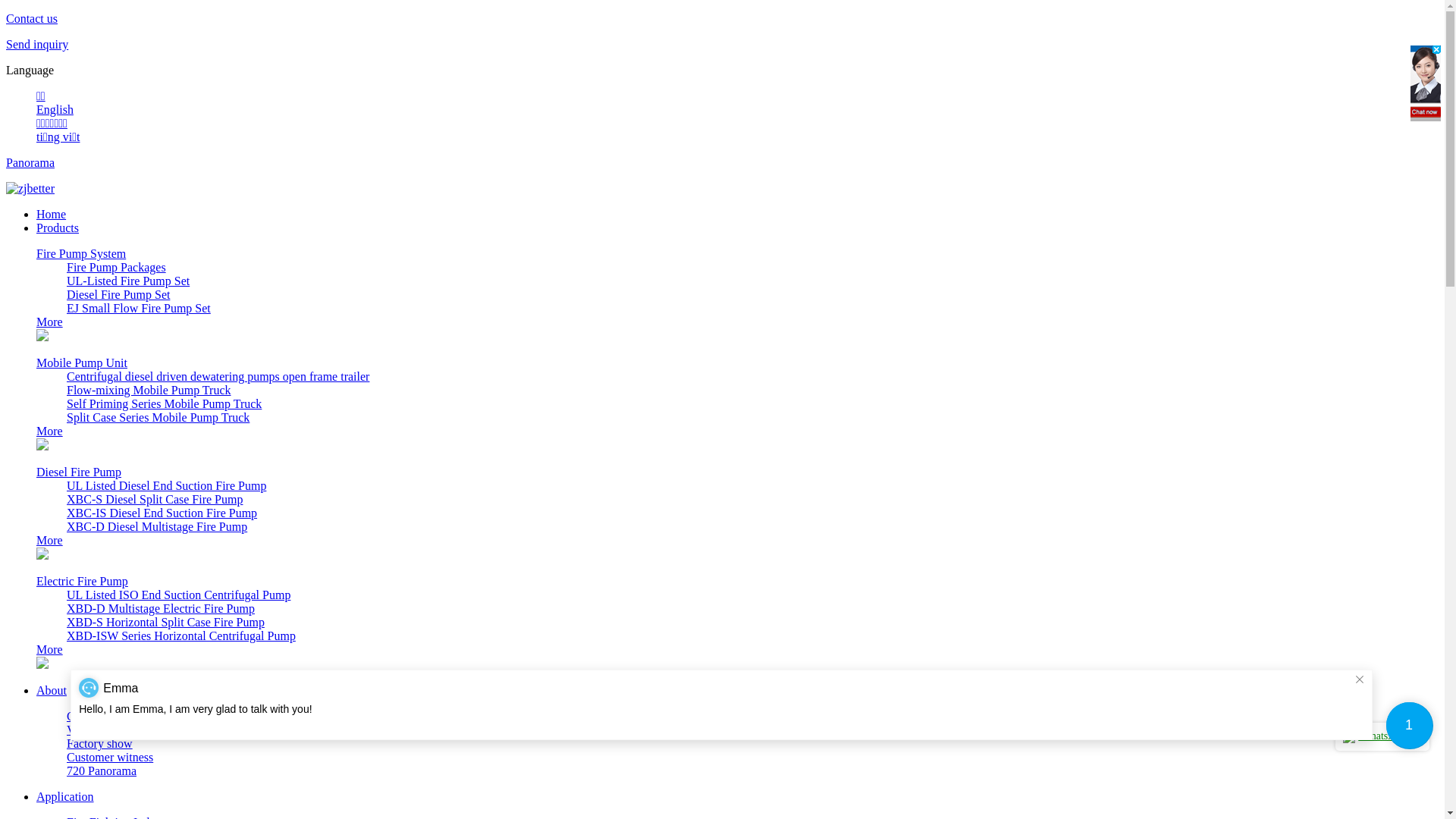  What do you see at coordinates (99, 742) in the screenshot?
I see `'Factory show'` at bounding box center [99, 742].